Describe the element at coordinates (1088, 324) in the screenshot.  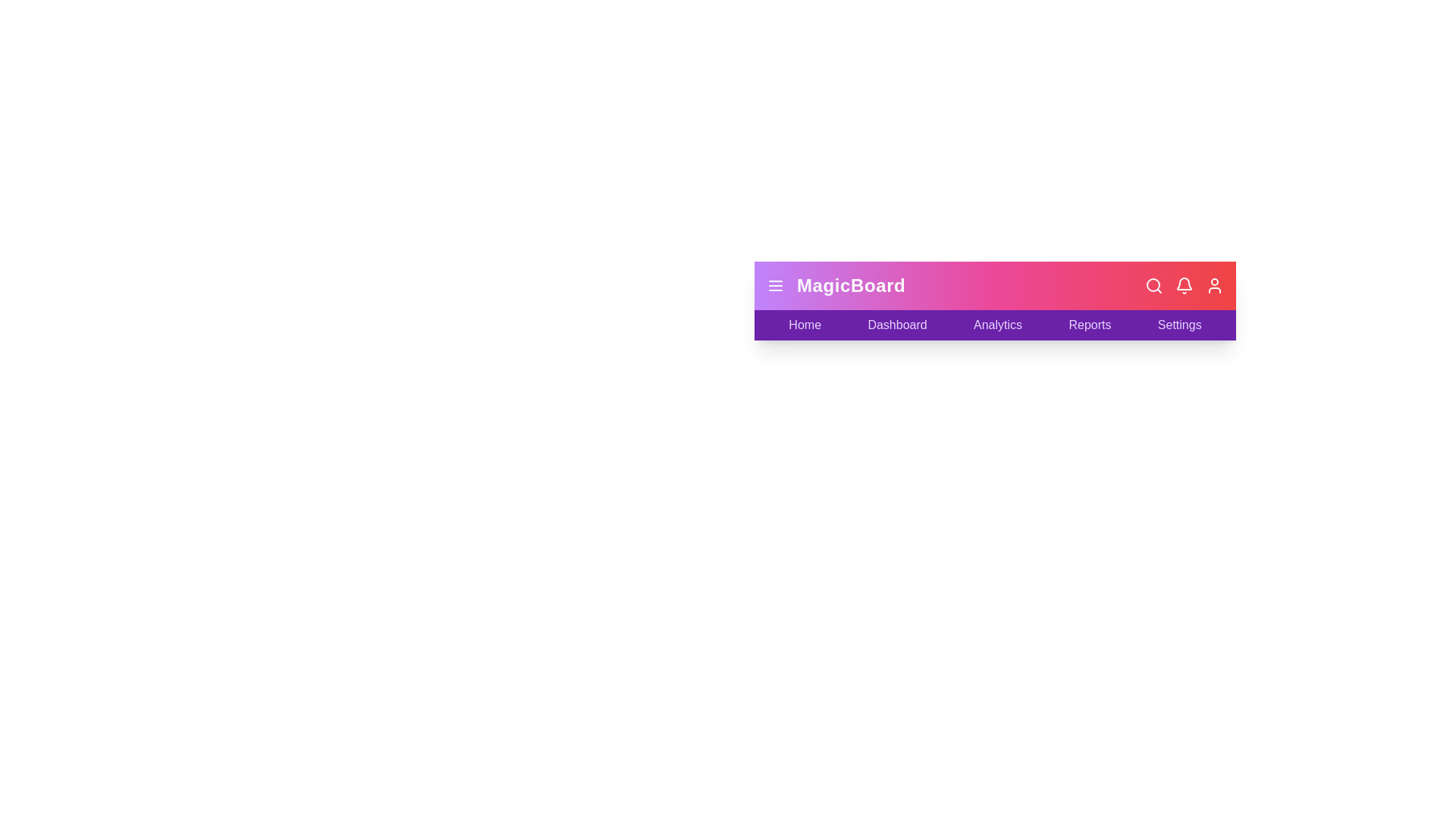
I see `the Reports label to navigate to the respective section` at that location.